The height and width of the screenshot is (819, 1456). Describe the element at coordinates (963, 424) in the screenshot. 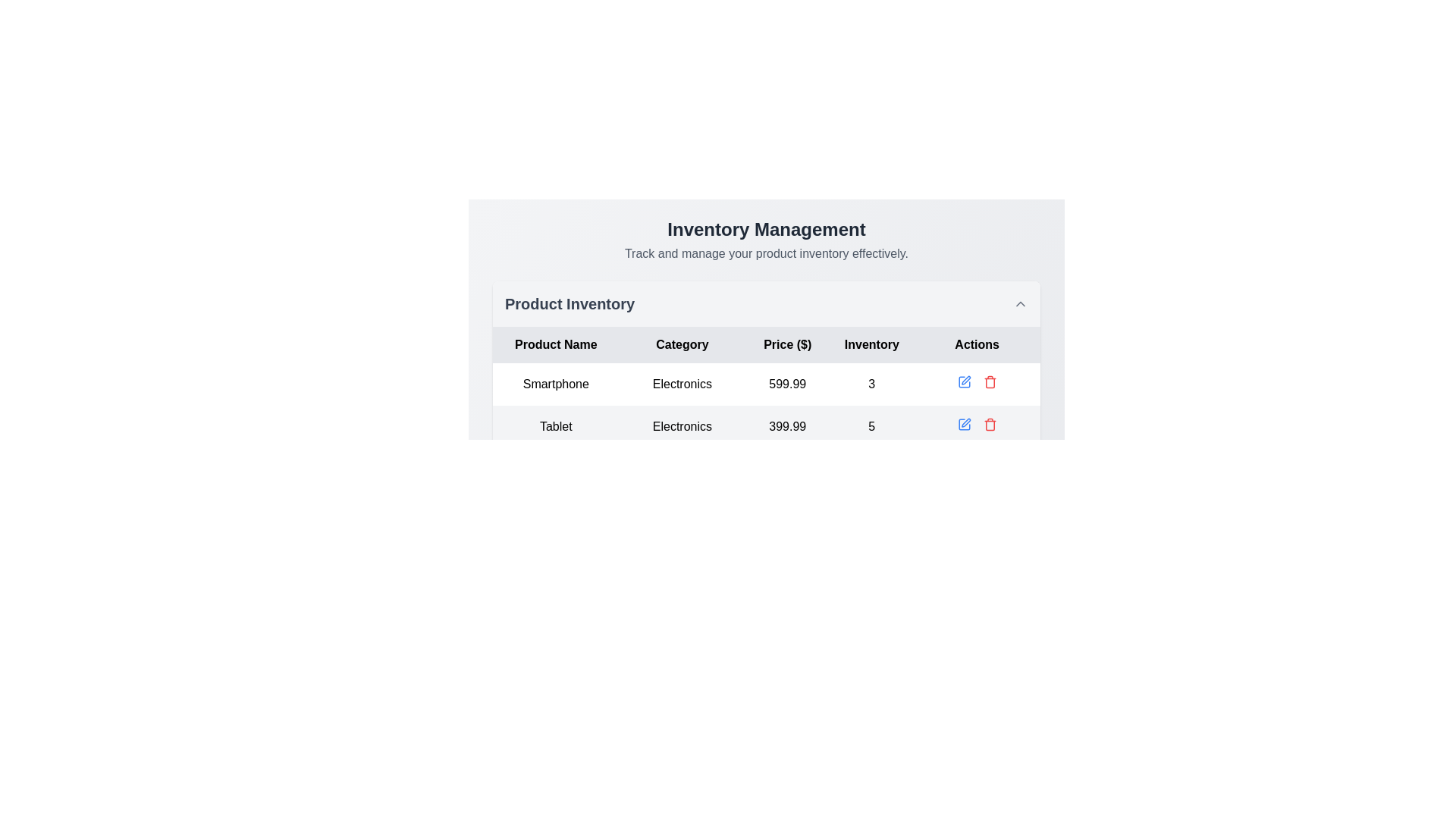

I see `the edit button with an icon located in the 'Actions' column of the second row in the 'Product Inventory' table to initiate the edit operation for the 'Tablet' entry` at that location.